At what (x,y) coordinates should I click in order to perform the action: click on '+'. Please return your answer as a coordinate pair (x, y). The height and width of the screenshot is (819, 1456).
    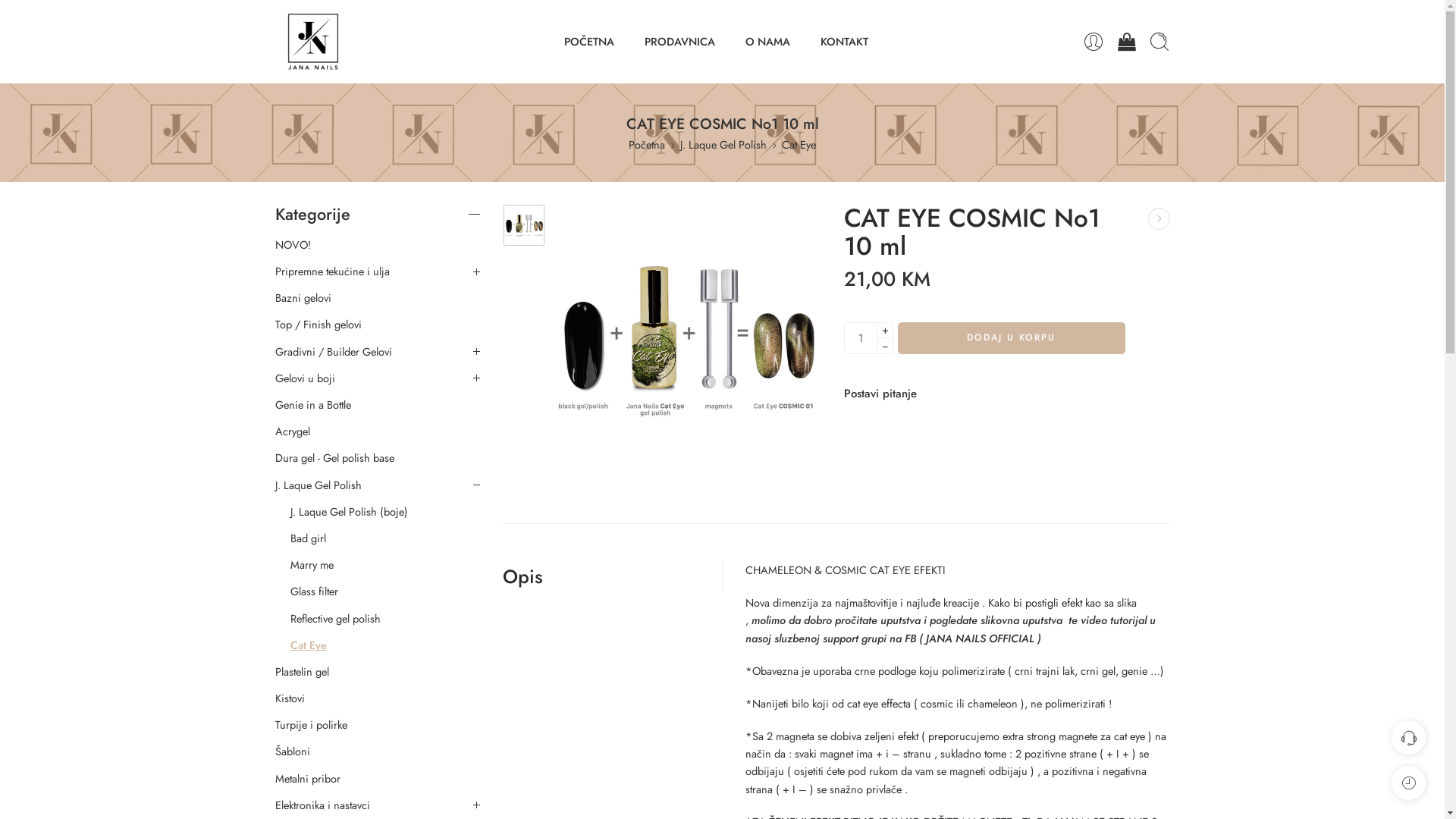
    Looking at the image, I should click on (884, 329).